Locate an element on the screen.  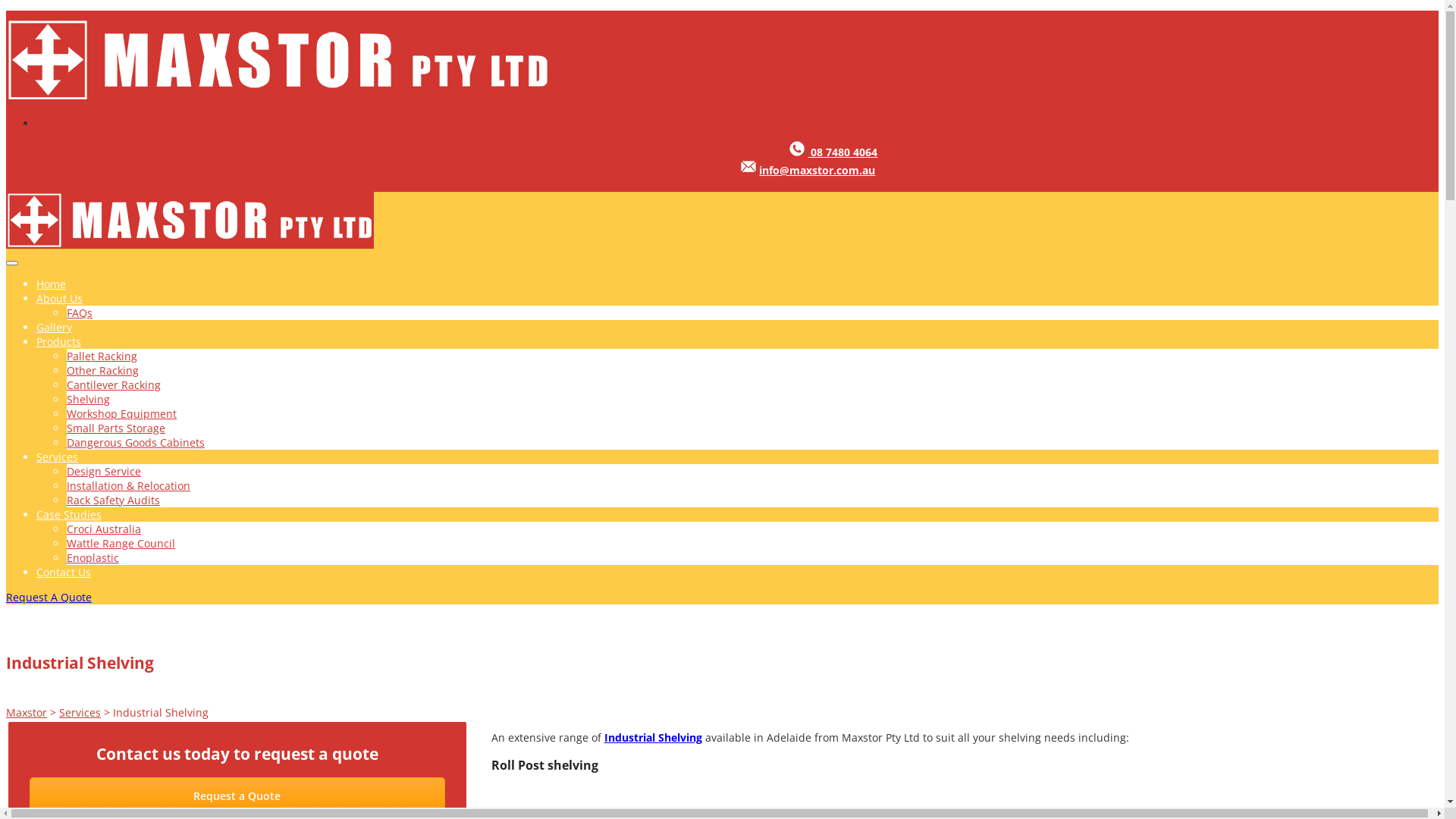
'Rack Safety Audits' is located at coordinates (112, 500).